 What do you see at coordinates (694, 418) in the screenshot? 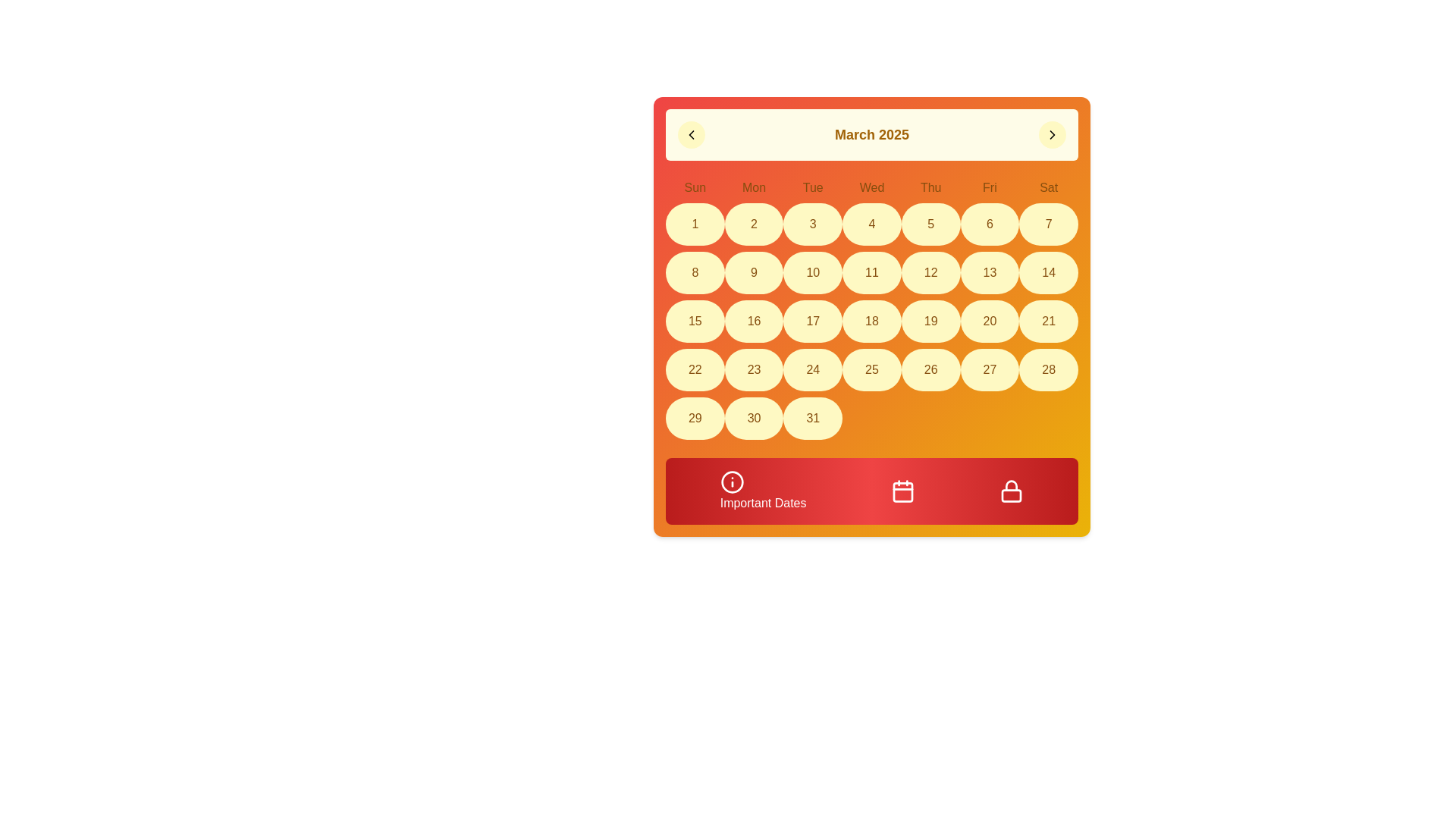
I see `the Day button displaying '29' in bold with a soft yellow background in the calendar` at bounding box center [694, 418].